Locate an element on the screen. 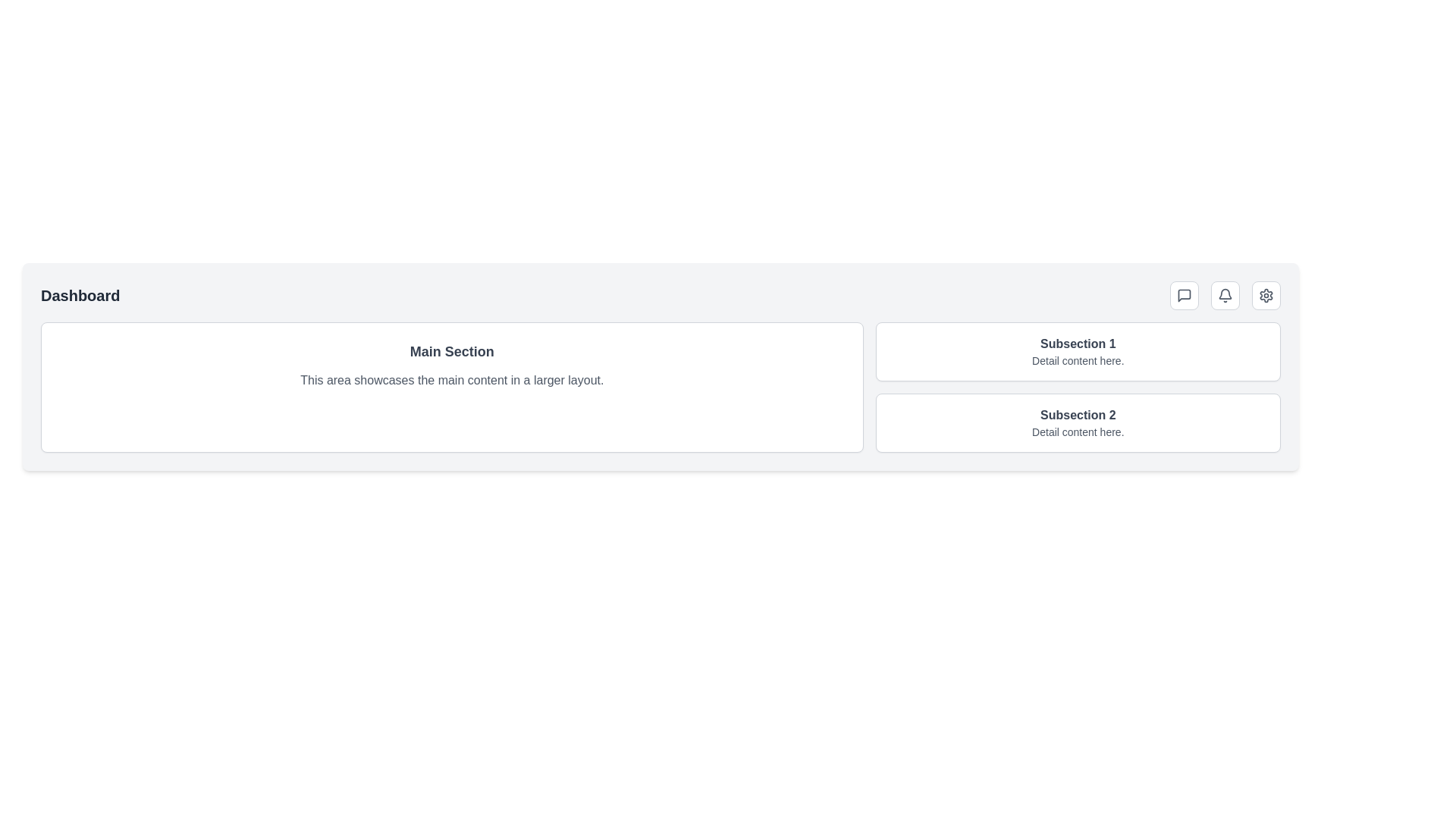  the informational section displaying 'Subsection 1' to reveal more details is located at coordinates (1077, 351).